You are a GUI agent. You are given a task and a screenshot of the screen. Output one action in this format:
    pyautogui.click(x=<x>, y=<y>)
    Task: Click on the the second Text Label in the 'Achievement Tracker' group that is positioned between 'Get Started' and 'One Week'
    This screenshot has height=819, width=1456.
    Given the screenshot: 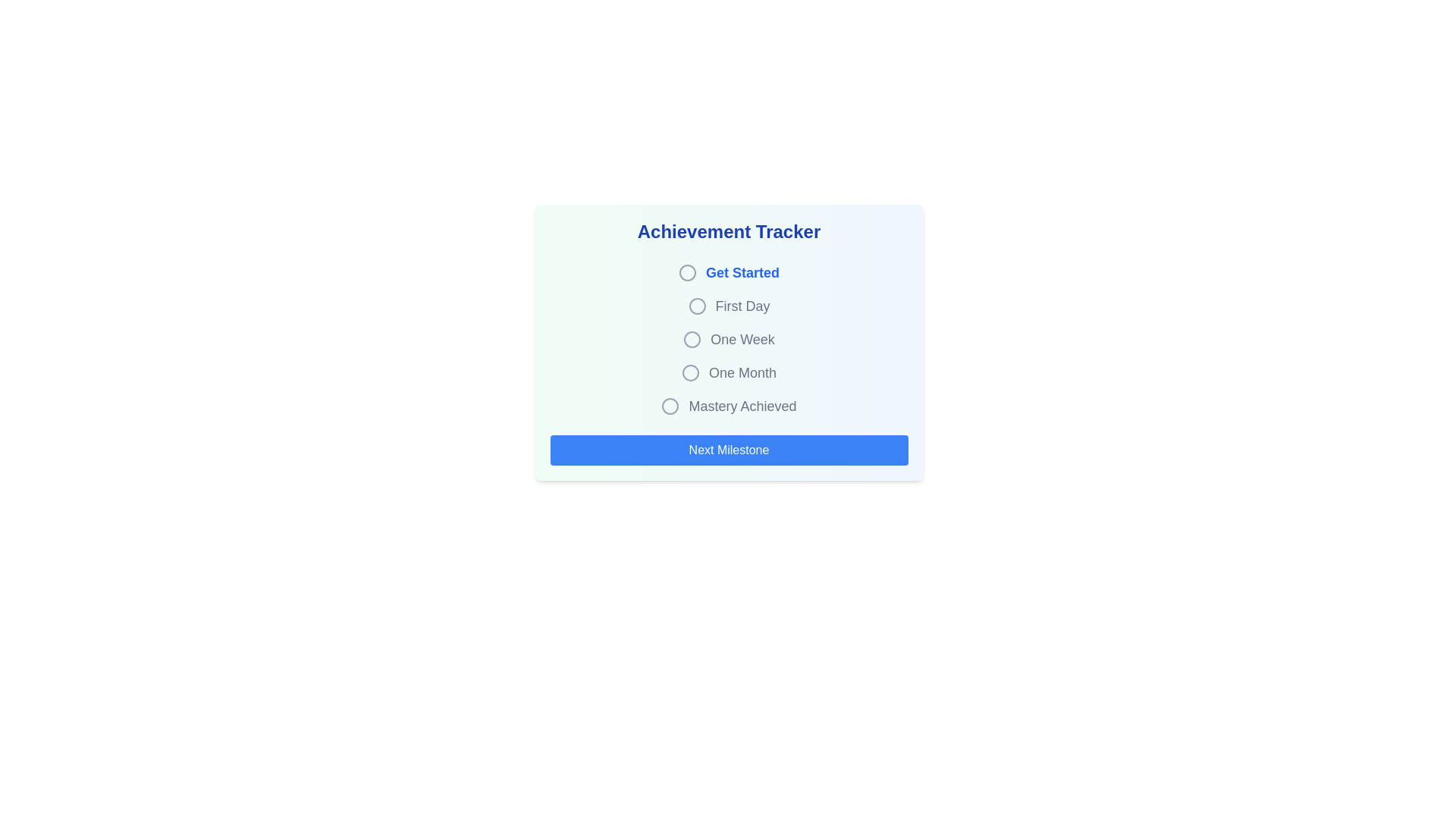 What is the action you would take?
    pyautogui.click(x=742, y=306)
    